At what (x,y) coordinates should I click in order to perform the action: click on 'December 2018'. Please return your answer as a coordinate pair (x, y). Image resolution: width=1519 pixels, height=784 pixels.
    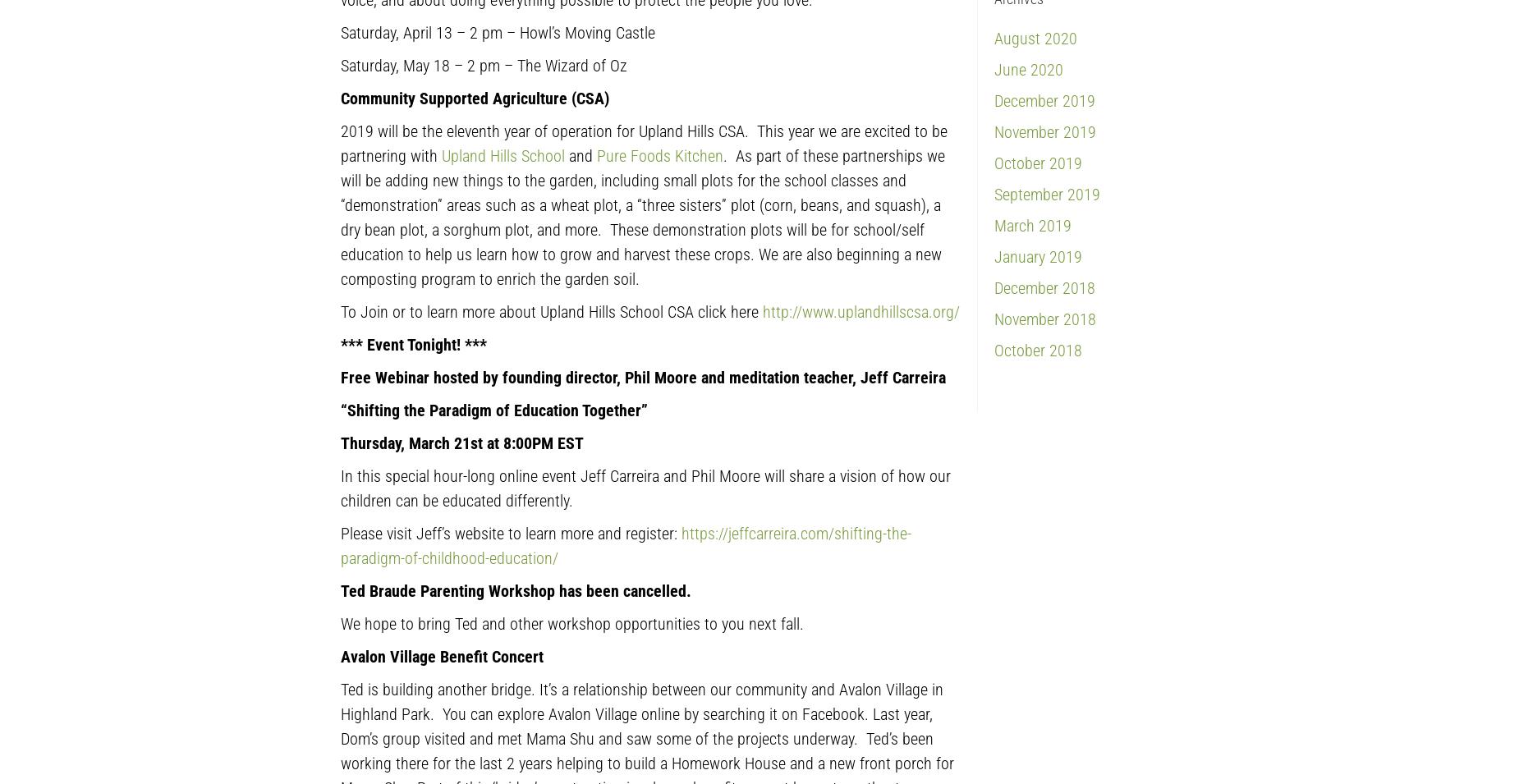
    Looking at the image, I should click on (1044, 287).